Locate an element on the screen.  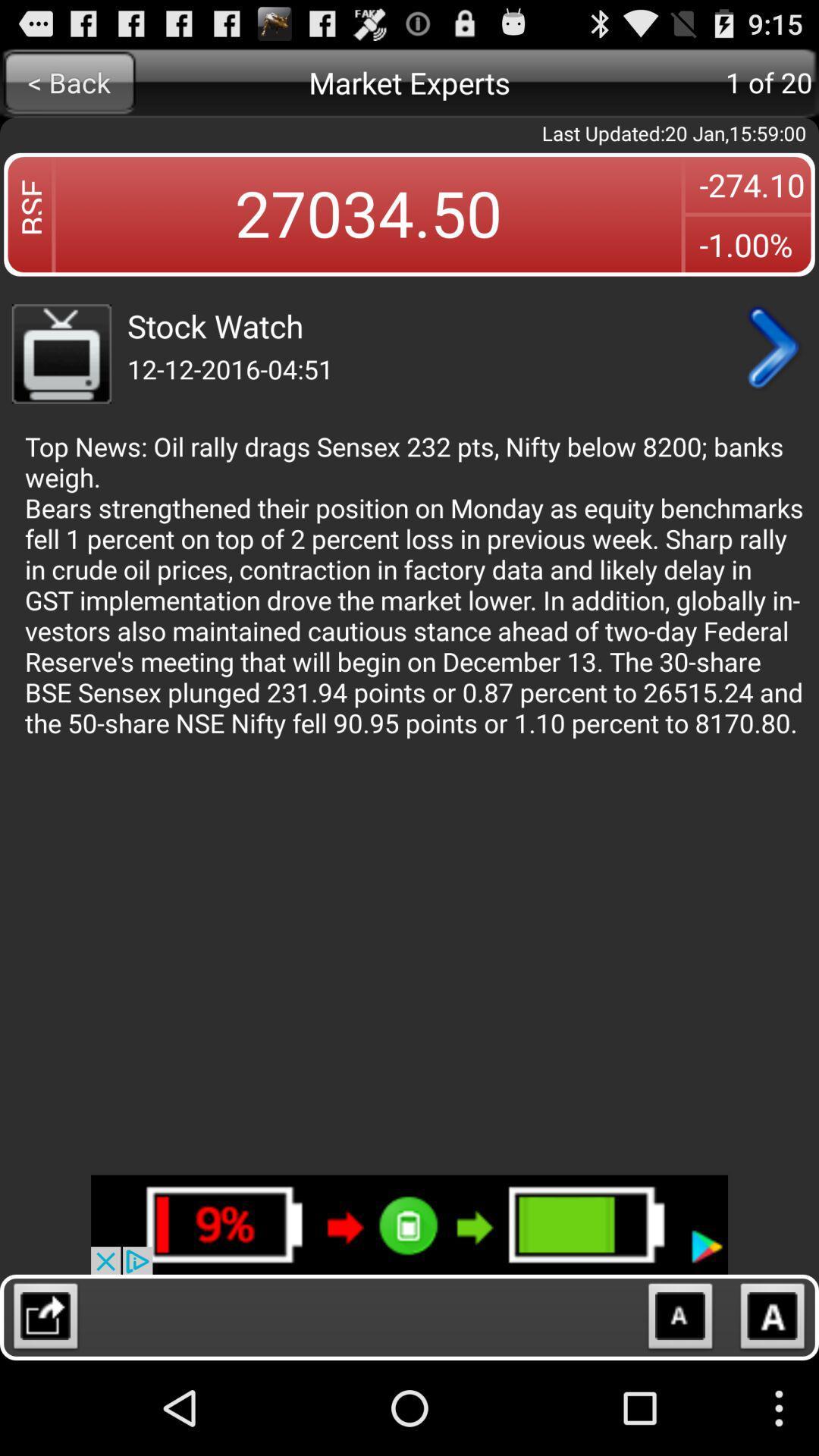
the font icon is located at coordinates (773, 1412).